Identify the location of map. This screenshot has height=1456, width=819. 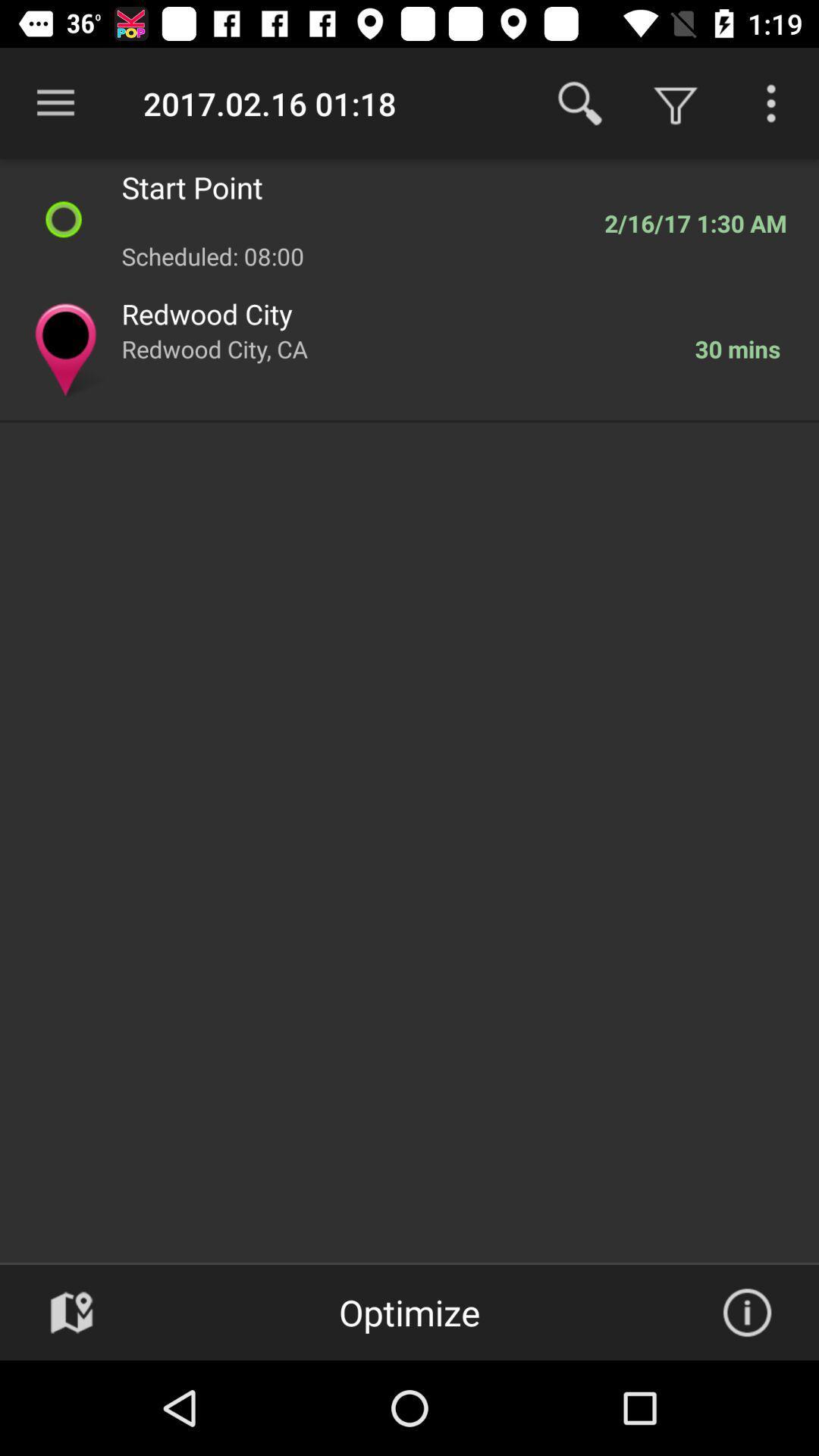
(71, 1312).